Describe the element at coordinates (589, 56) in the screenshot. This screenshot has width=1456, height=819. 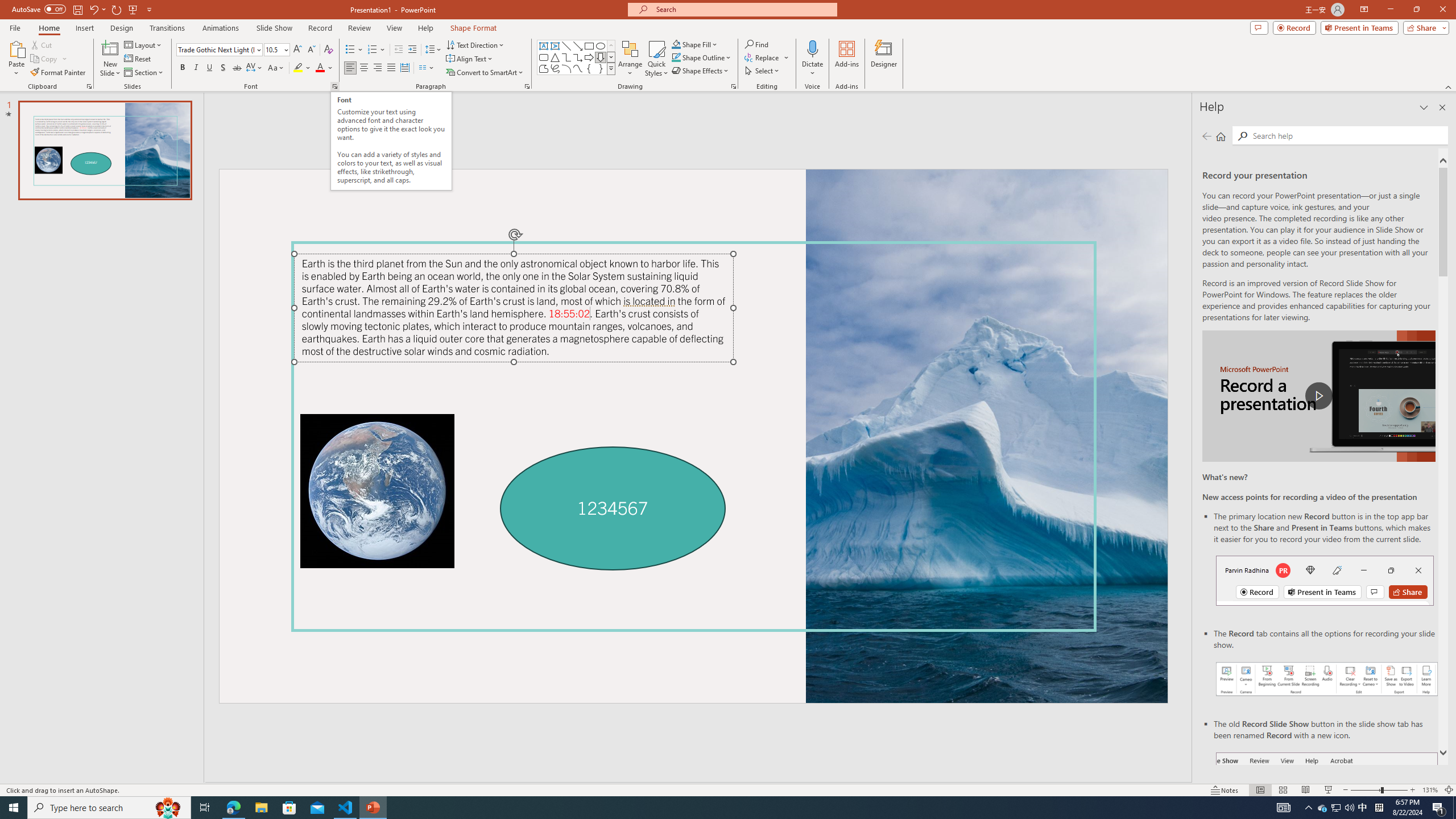
I see `'Arrow: Right'` at that location.